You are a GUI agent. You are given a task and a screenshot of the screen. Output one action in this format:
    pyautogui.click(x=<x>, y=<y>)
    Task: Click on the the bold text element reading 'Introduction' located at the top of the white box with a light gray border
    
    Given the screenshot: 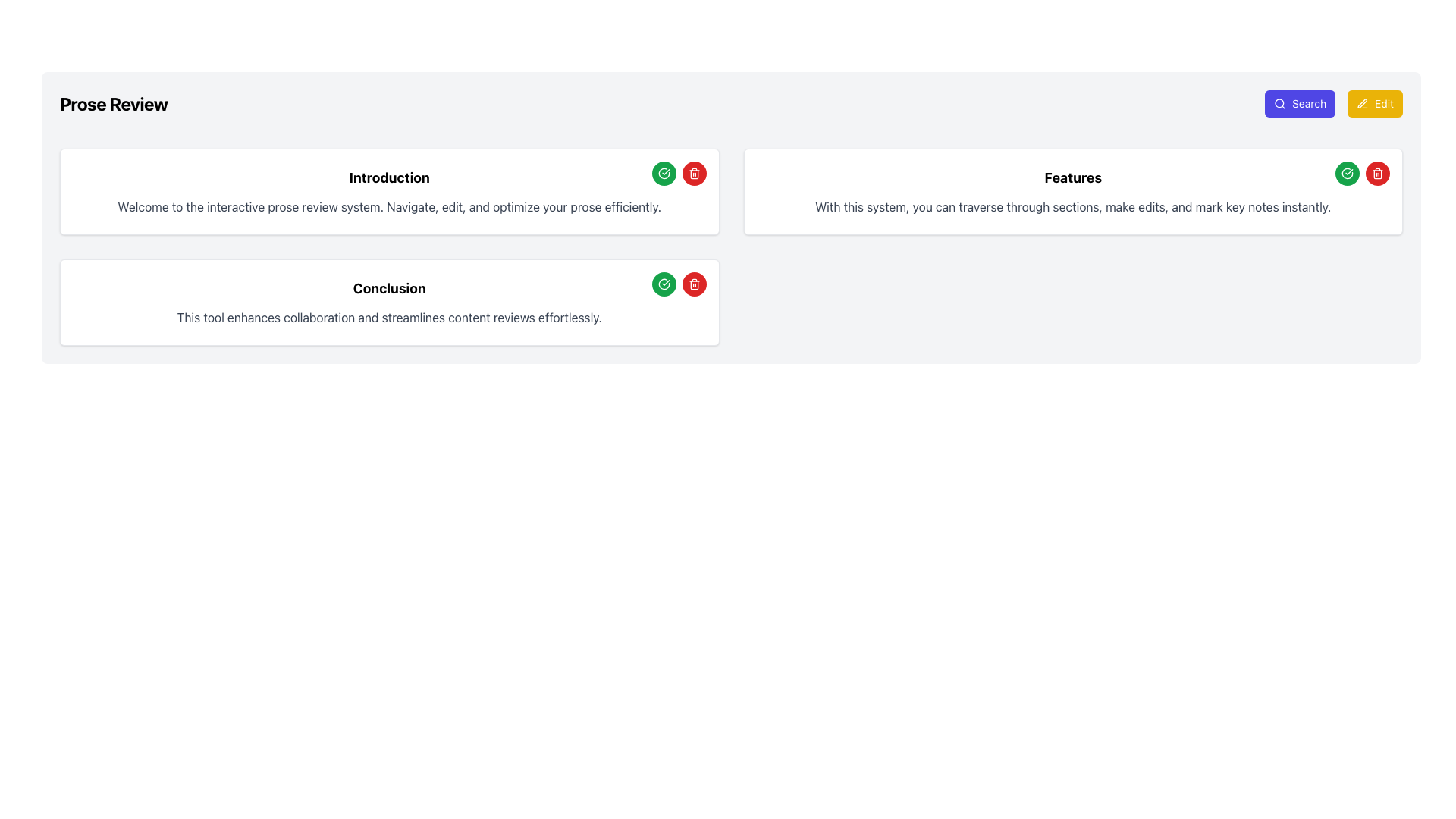 What is the action you would take?
    pyautogui.click(x=389, y=177)
    